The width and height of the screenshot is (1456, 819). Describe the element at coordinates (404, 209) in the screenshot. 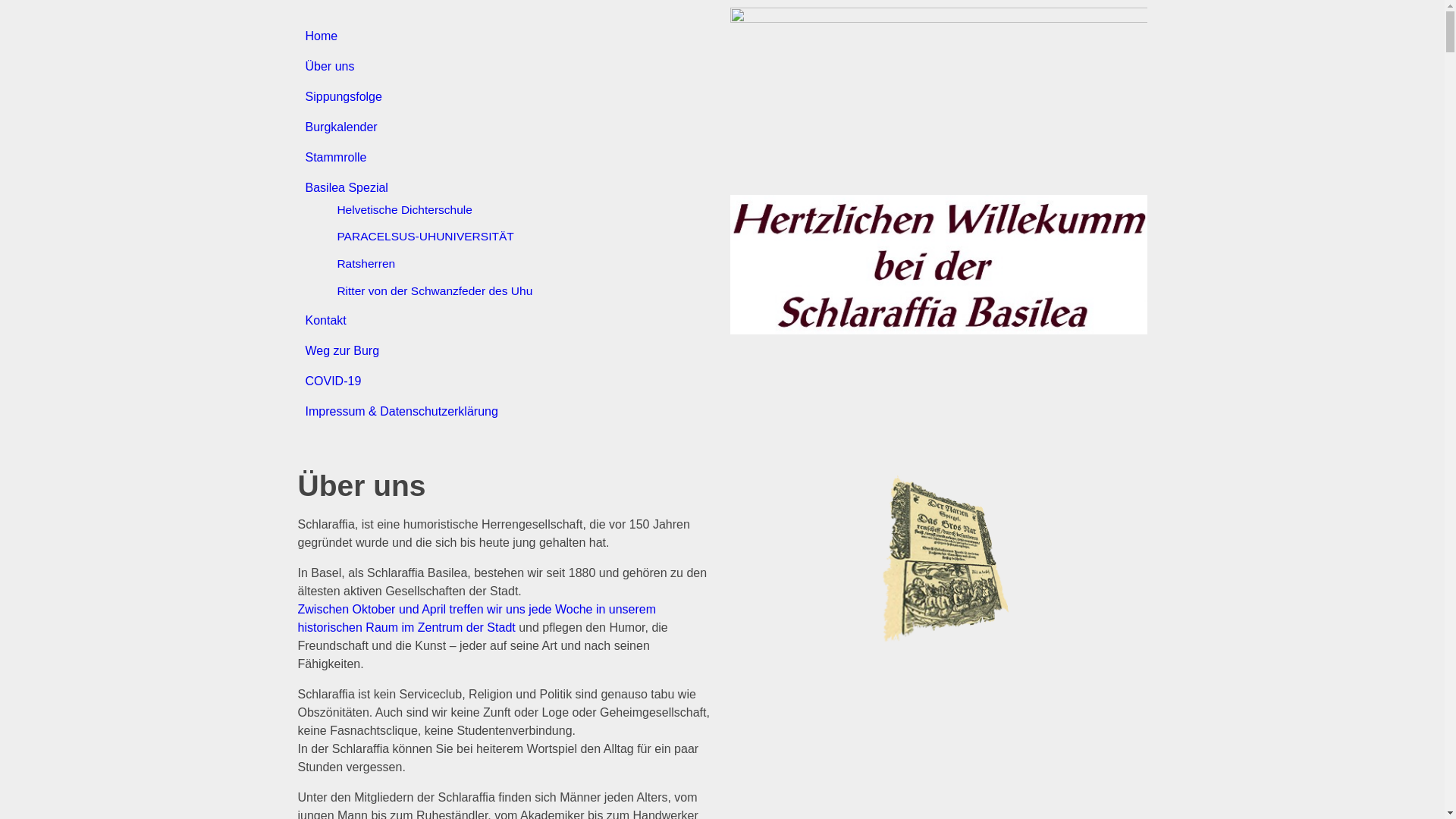

I see `'Helvetische Dichterschule'` at that location.